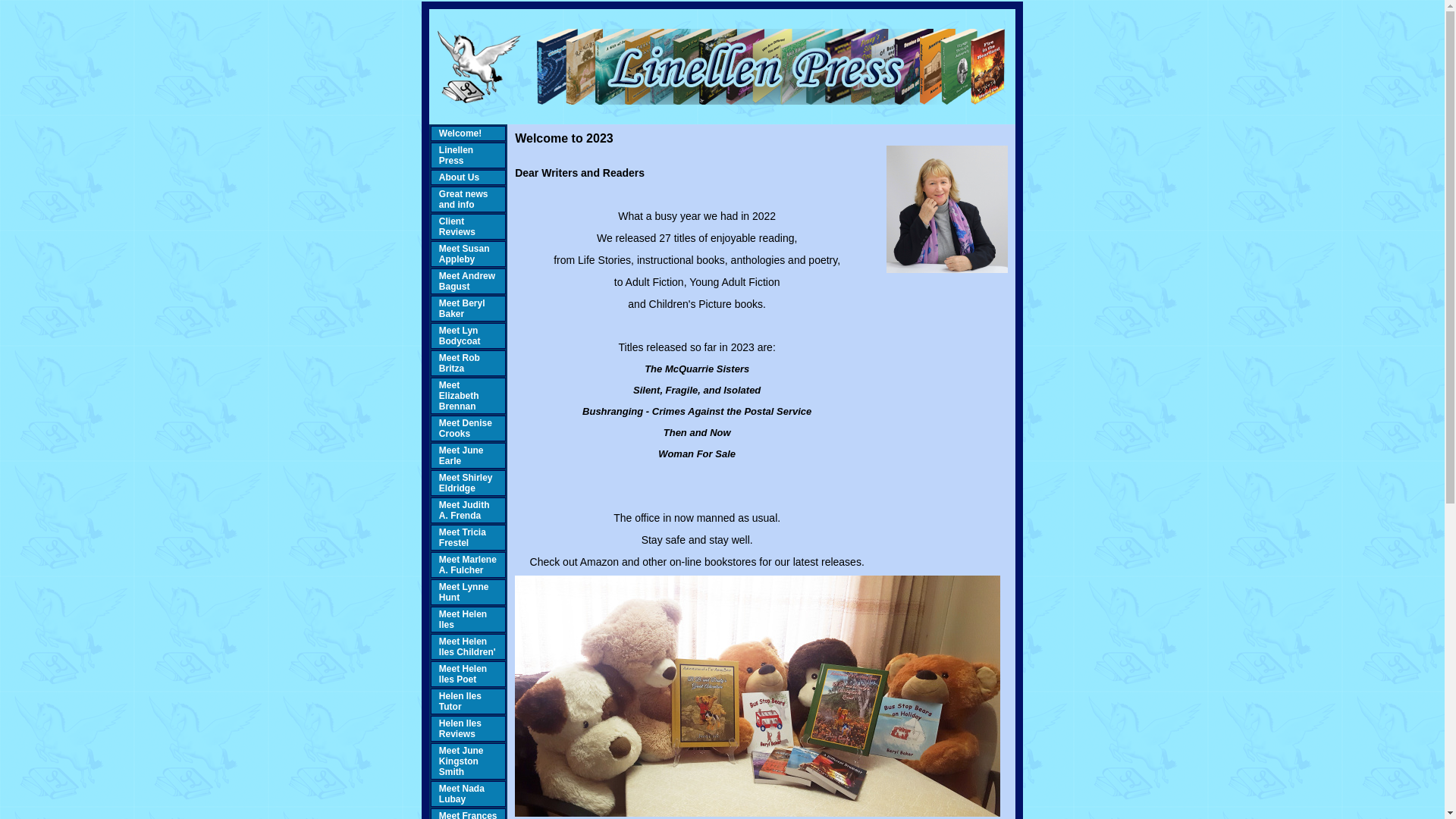 The width and height of the screenshot is (1456, 819). I want to click on 'Meet Helen Iles', so click(462, 620).